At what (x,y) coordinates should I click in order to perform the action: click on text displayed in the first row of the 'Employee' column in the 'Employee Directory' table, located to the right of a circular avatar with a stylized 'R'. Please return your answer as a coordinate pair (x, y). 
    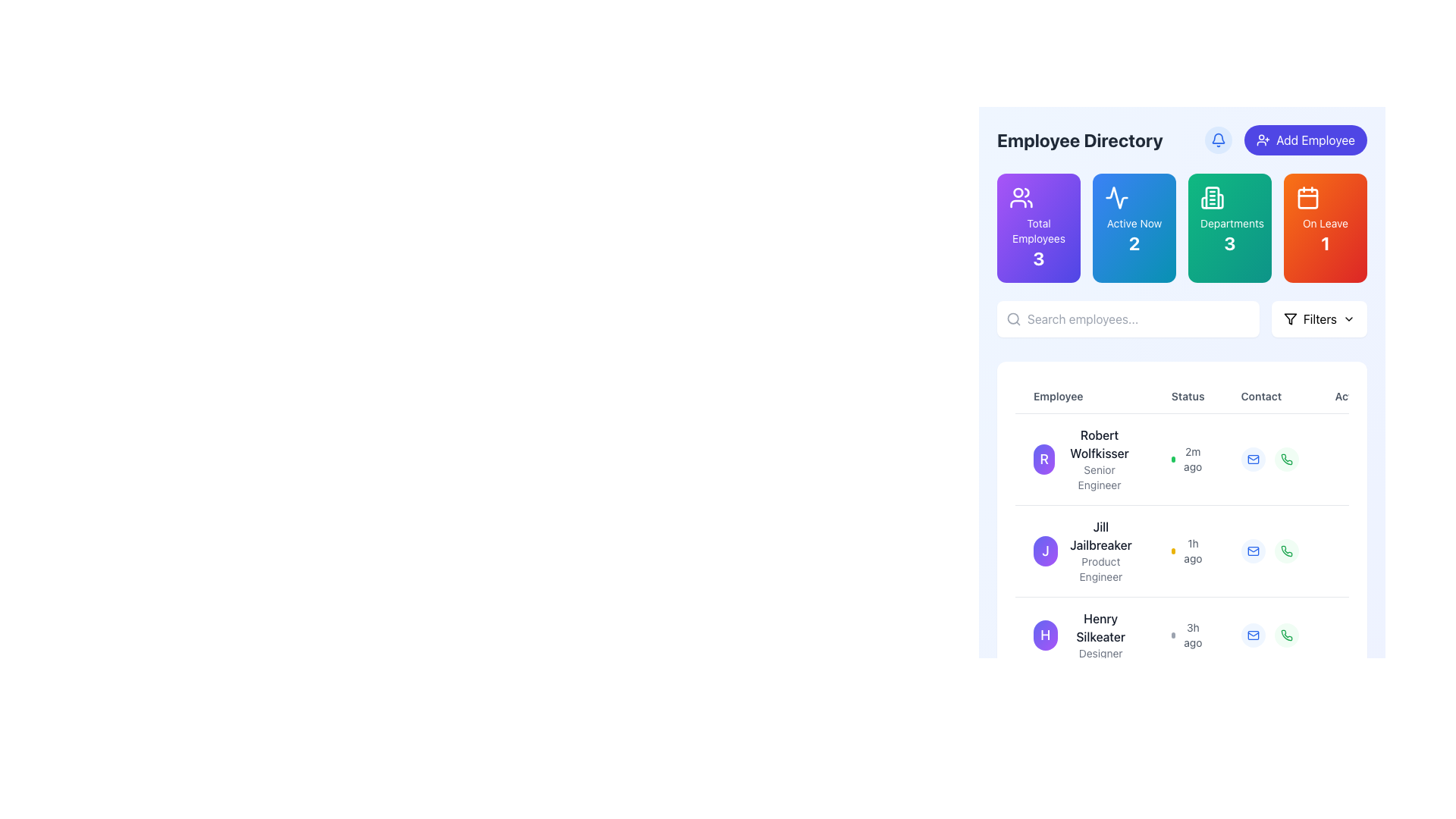
    Looking at the image, I should click on (1099, 458).